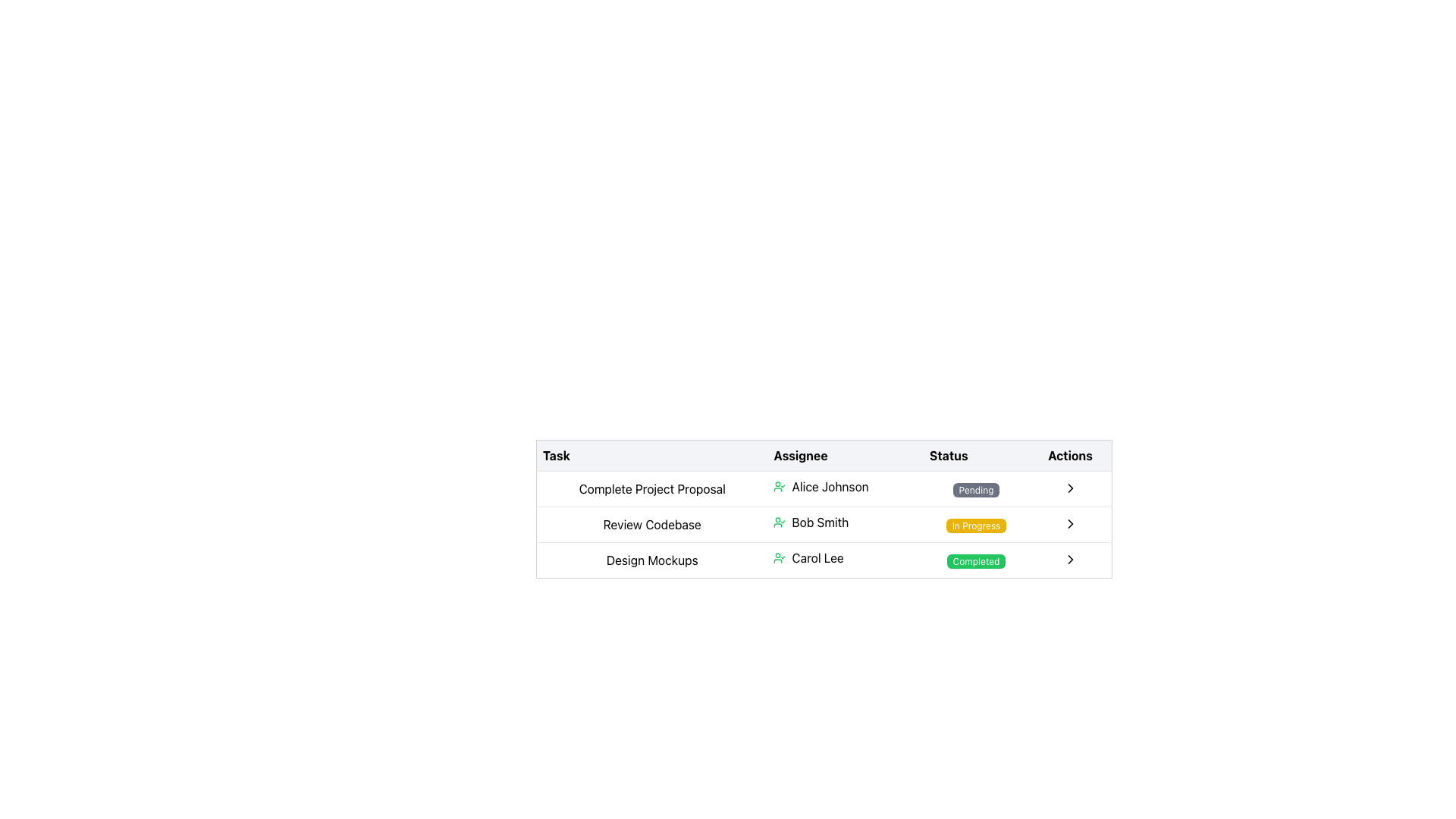 The height and width of the screenshot is (819, 1456). I want to click on the 'Pending' label, which is a rectangular element with rounded corners, displaying white text on a dark gray background, located in the 'Status' column of the table row, so click(976, 488).